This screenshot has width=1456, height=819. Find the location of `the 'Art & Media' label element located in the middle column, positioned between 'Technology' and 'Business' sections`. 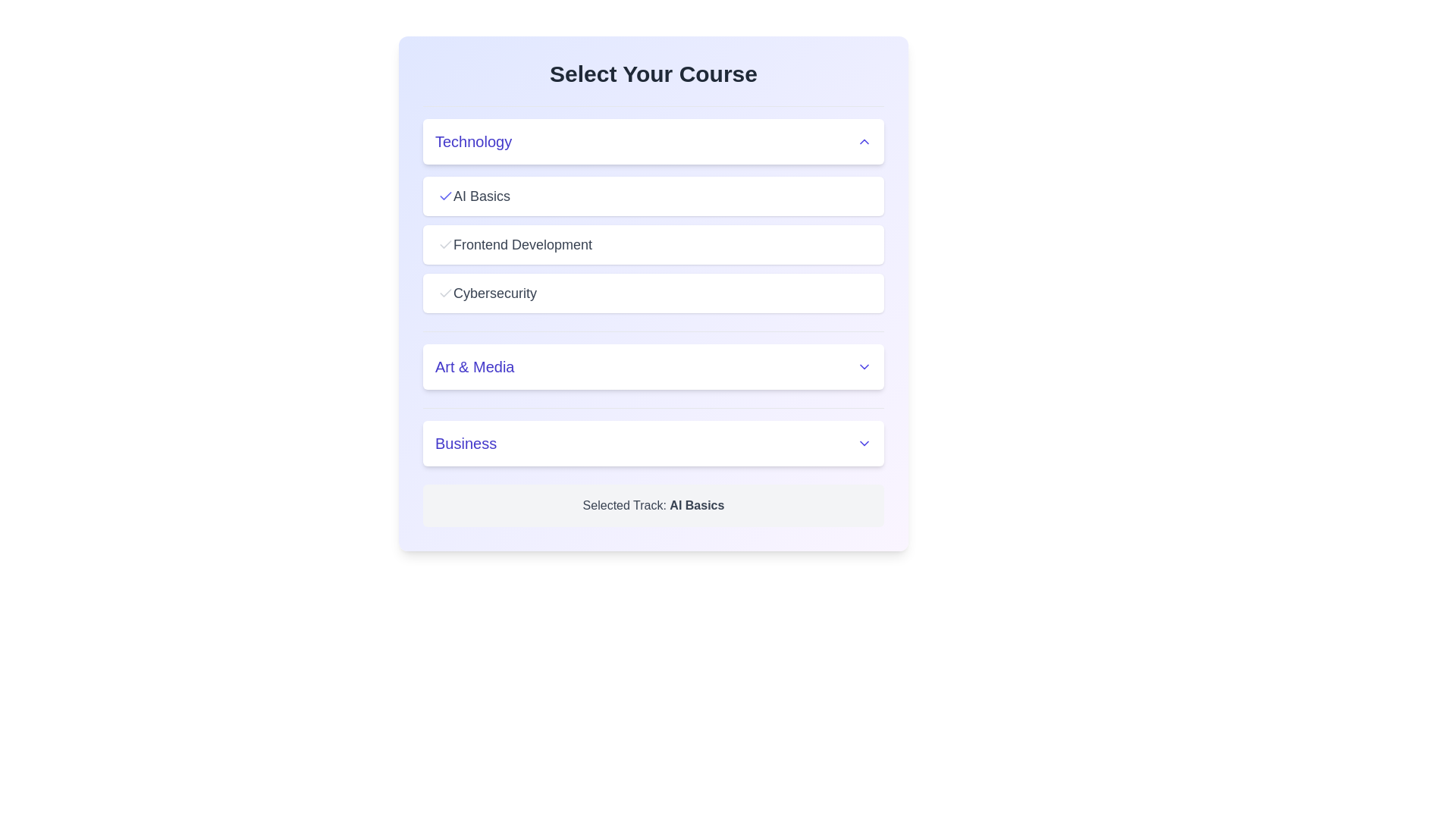

the 'Art & Media' label element located in the middle column, positioned between 'Technology' and 'Business' sections is located at coordinates (474, 366).